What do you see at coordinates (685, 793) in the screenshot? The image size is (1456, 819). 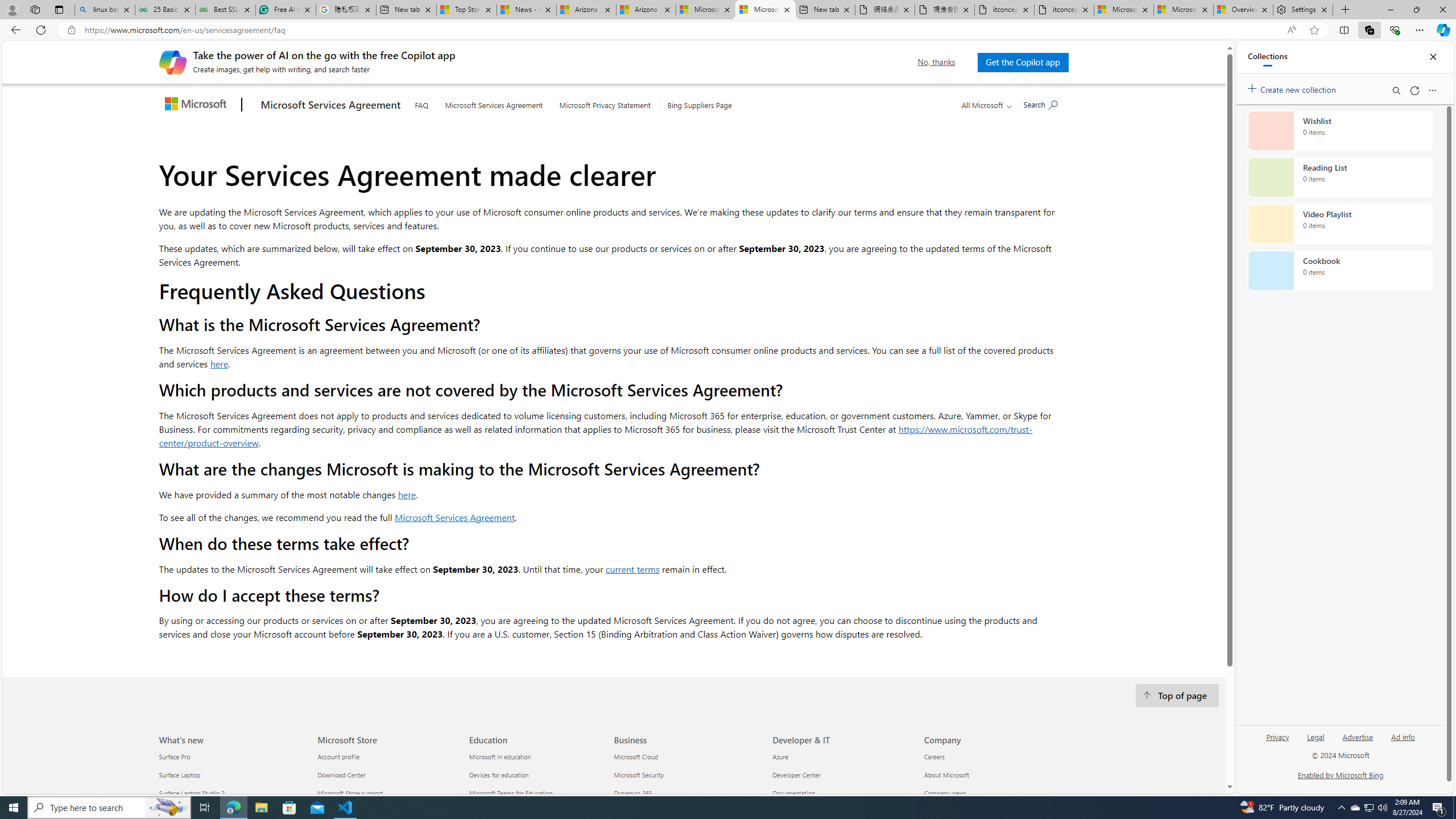 I see `'Dynamics 365'` at bounding box center [685, 793].